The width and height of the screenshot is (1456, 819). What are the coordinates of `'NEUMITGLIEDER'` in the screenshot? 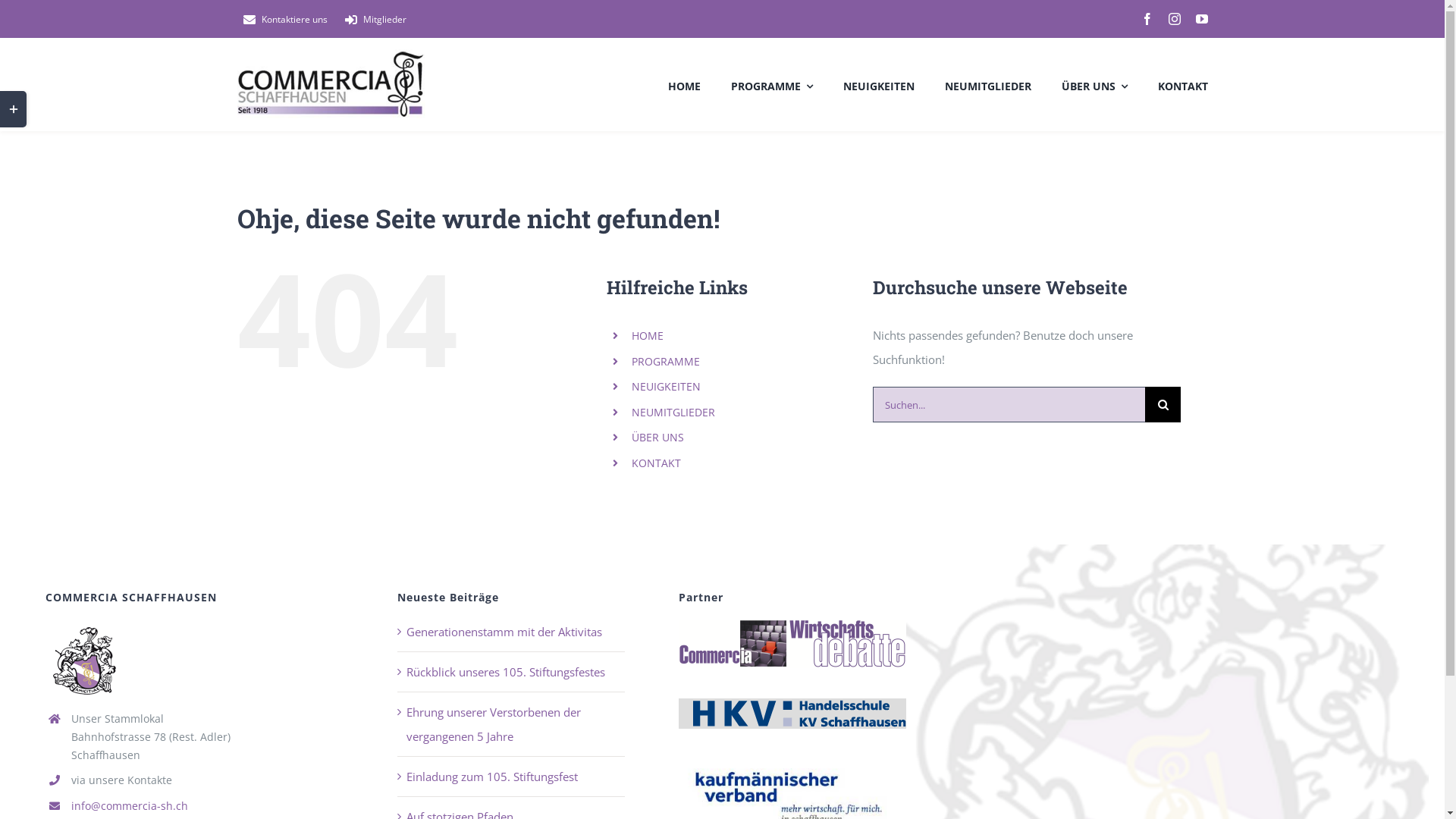 It's located at (632, 412).